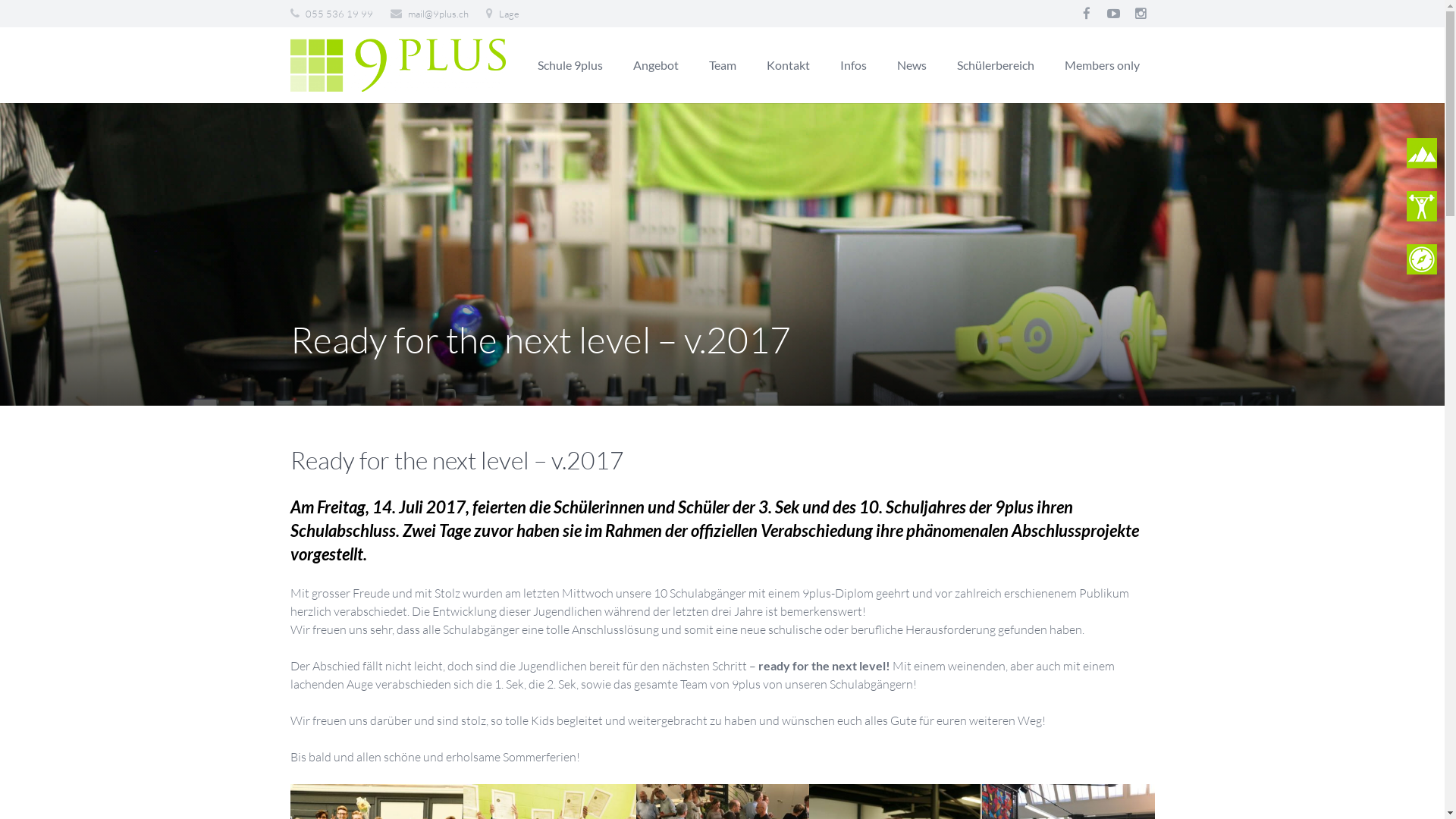 The height and width of the screenshot is (819, 1456). Describe the element at coordinates (787, 64) in the screenshot. I see `'Kontakt'` at that location.